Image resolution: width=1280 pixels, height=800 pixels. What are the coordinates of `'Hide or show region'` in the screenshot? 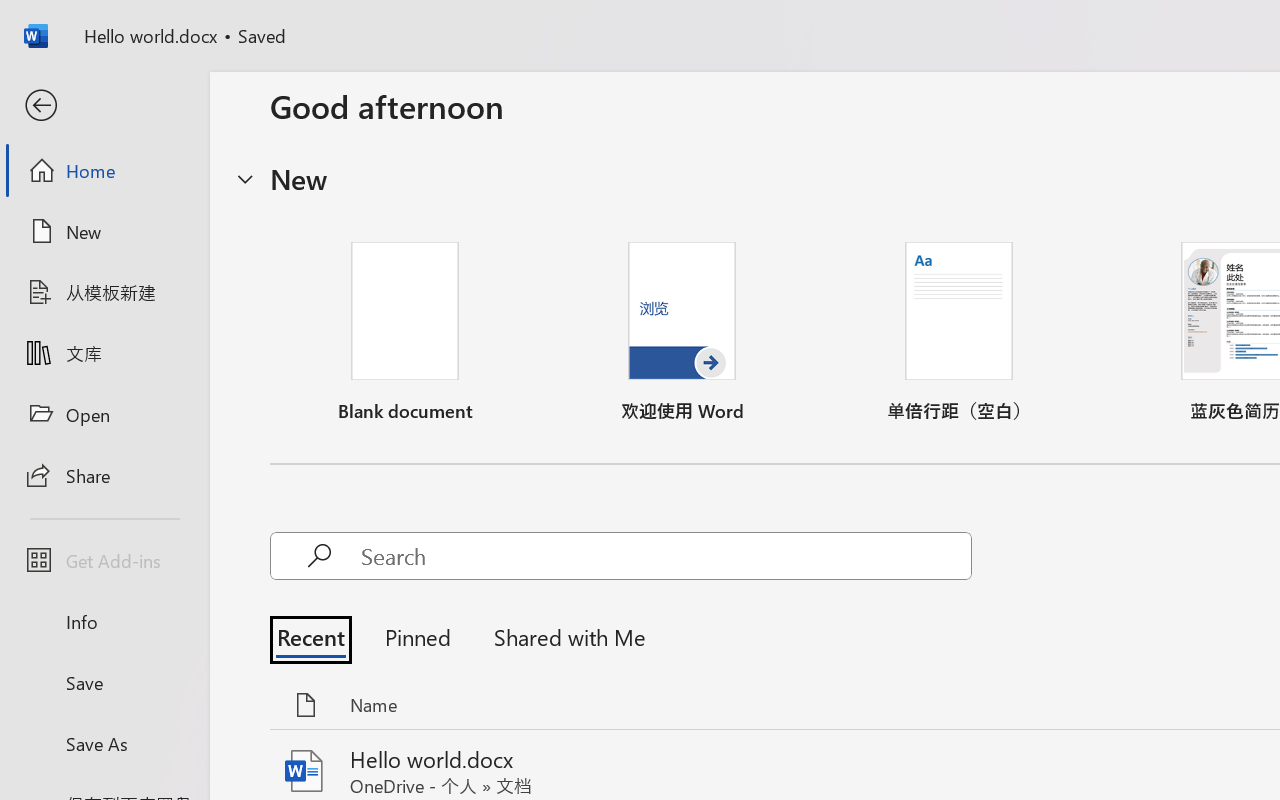 It's located at (244, 177).